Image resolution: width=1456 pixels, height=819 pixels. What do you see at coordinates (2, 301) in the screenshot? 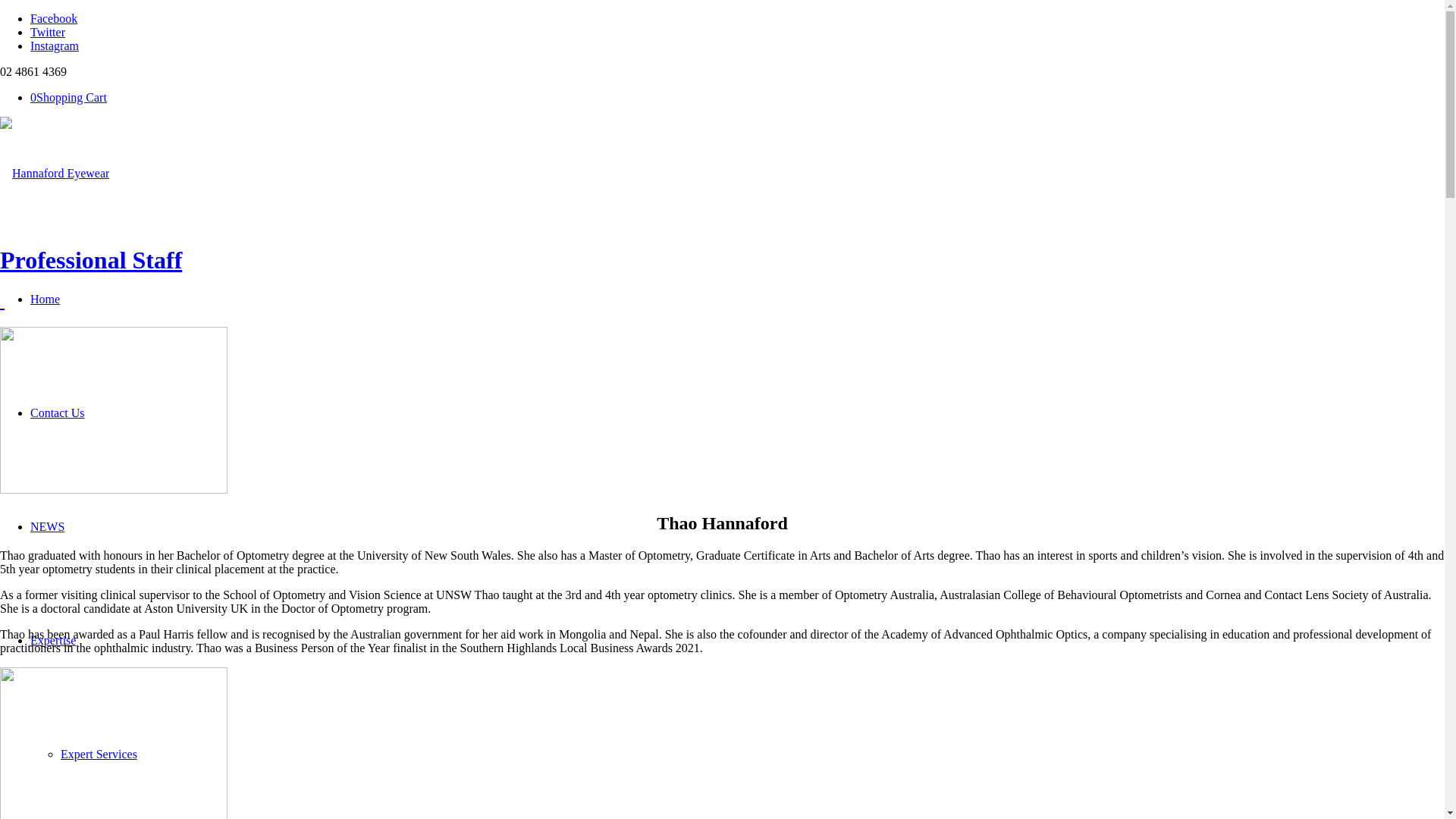
I see `' '` at bounding box center [2, 301].